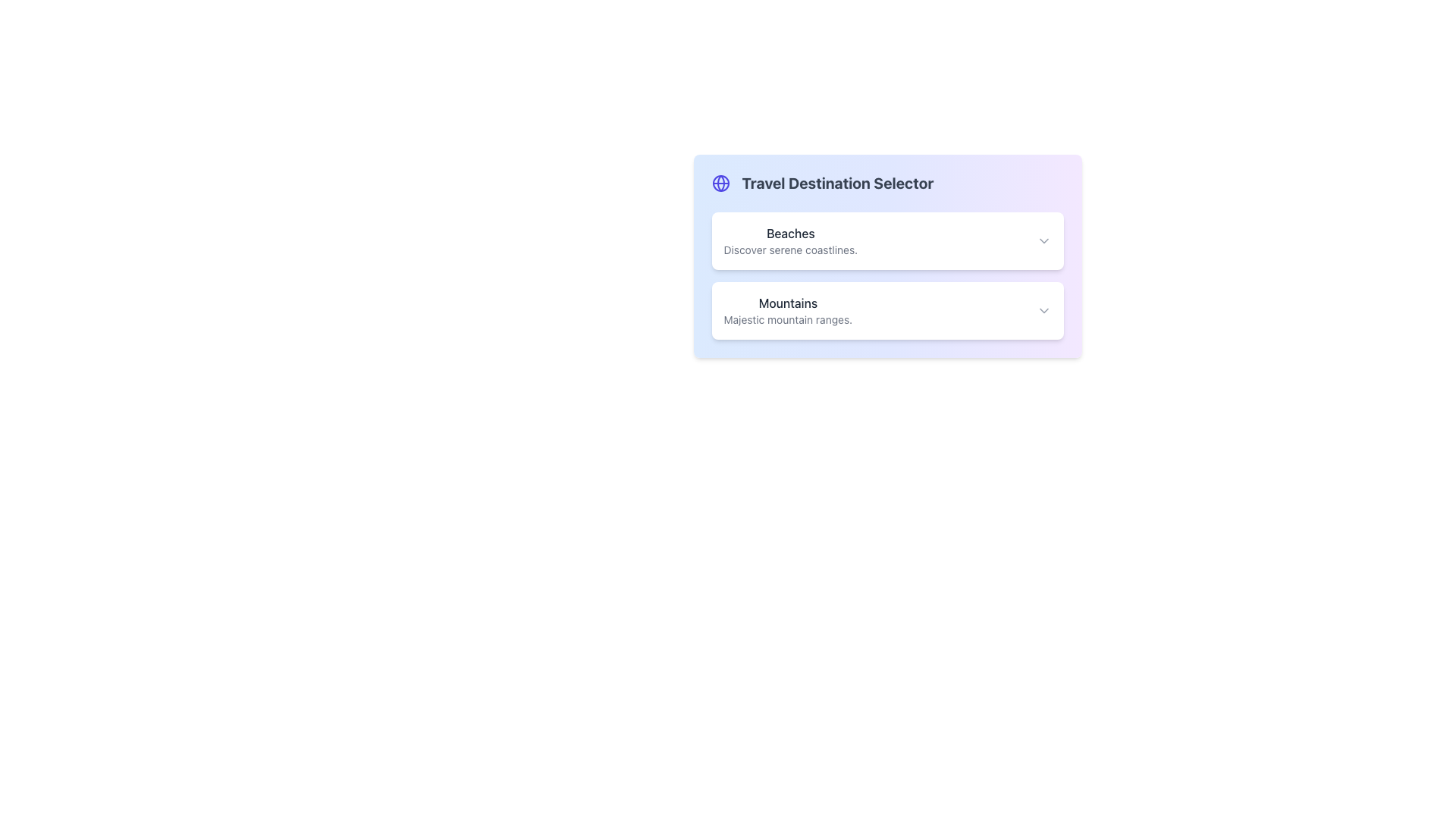 The width and height of the screenshot is (1456, 819). I want to click on the downward-facing chevron icon button located at the right end of the 'Mountains' card, so click(1043, 309).